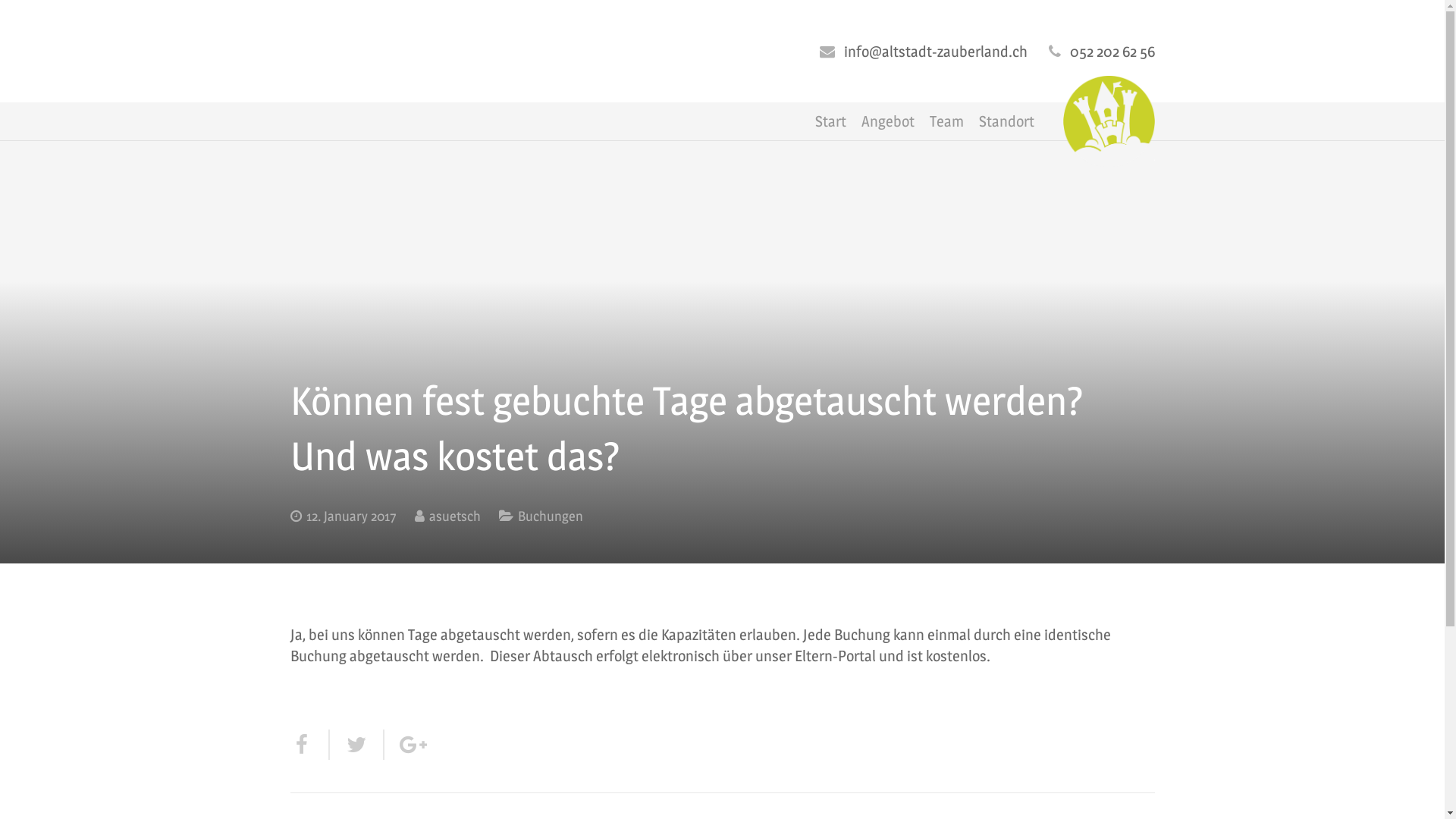 The height and width of the screenshot is (819, 1456). What do you see at coordinates (548, 515) in the screenshot?
I see `'Buchungen'` at bounding box center [548, 515].